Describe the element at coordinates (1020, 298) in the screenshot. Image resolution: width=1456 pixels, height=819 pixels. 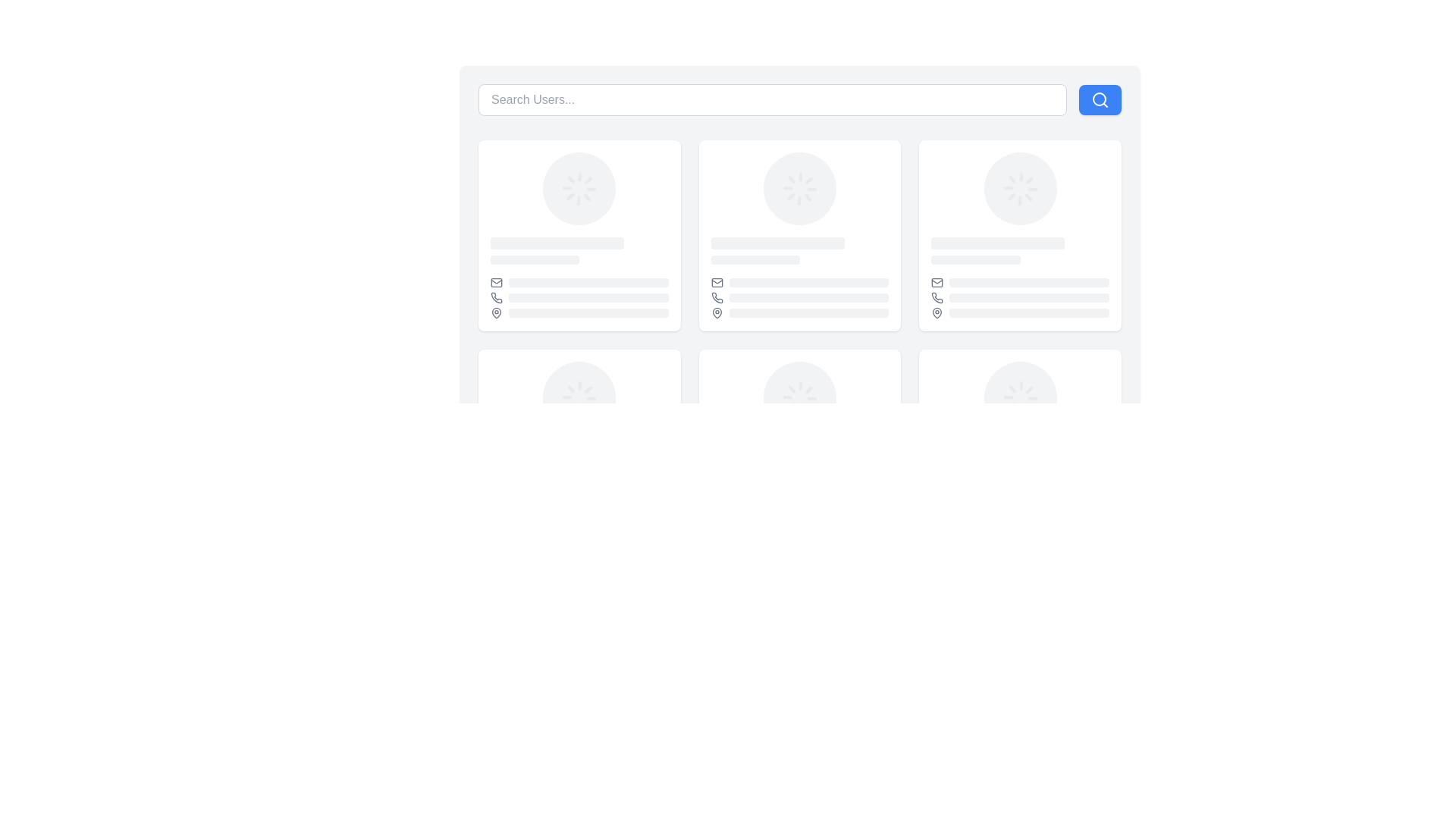
I see `the phone number placeholder in the second row of the user card when it is populated` at that location.